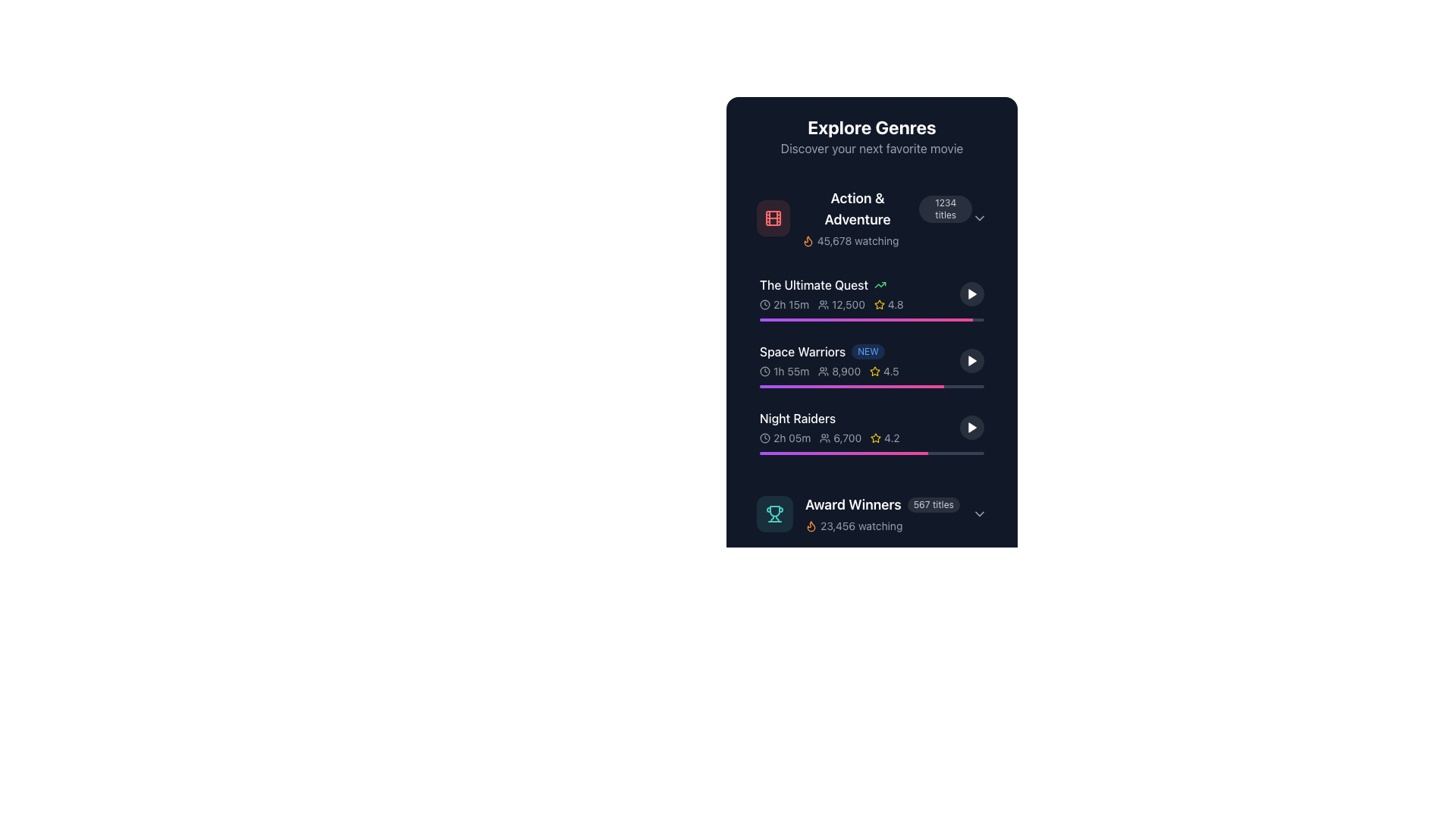 Image resolution: width=1456 pixels, height=819 pixels. Describe the element at coordinates (813, 284) in the screenshot. I see `the title label for the media item located in the 'Action & Adventure' category under 'Explore Genres'` at that location.